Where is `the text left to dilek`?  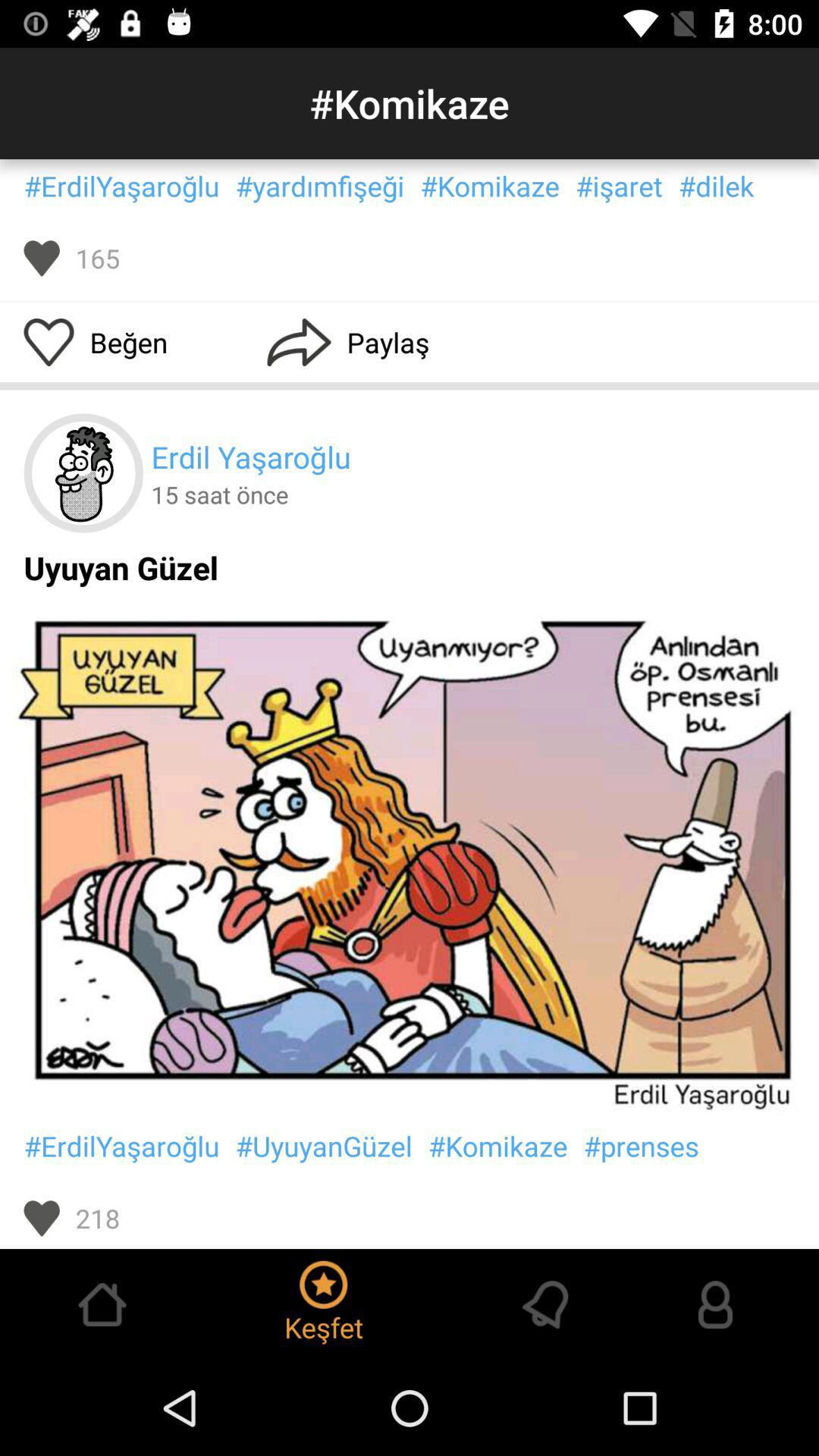
the text left to dilek is located at coordinates (619, 185).